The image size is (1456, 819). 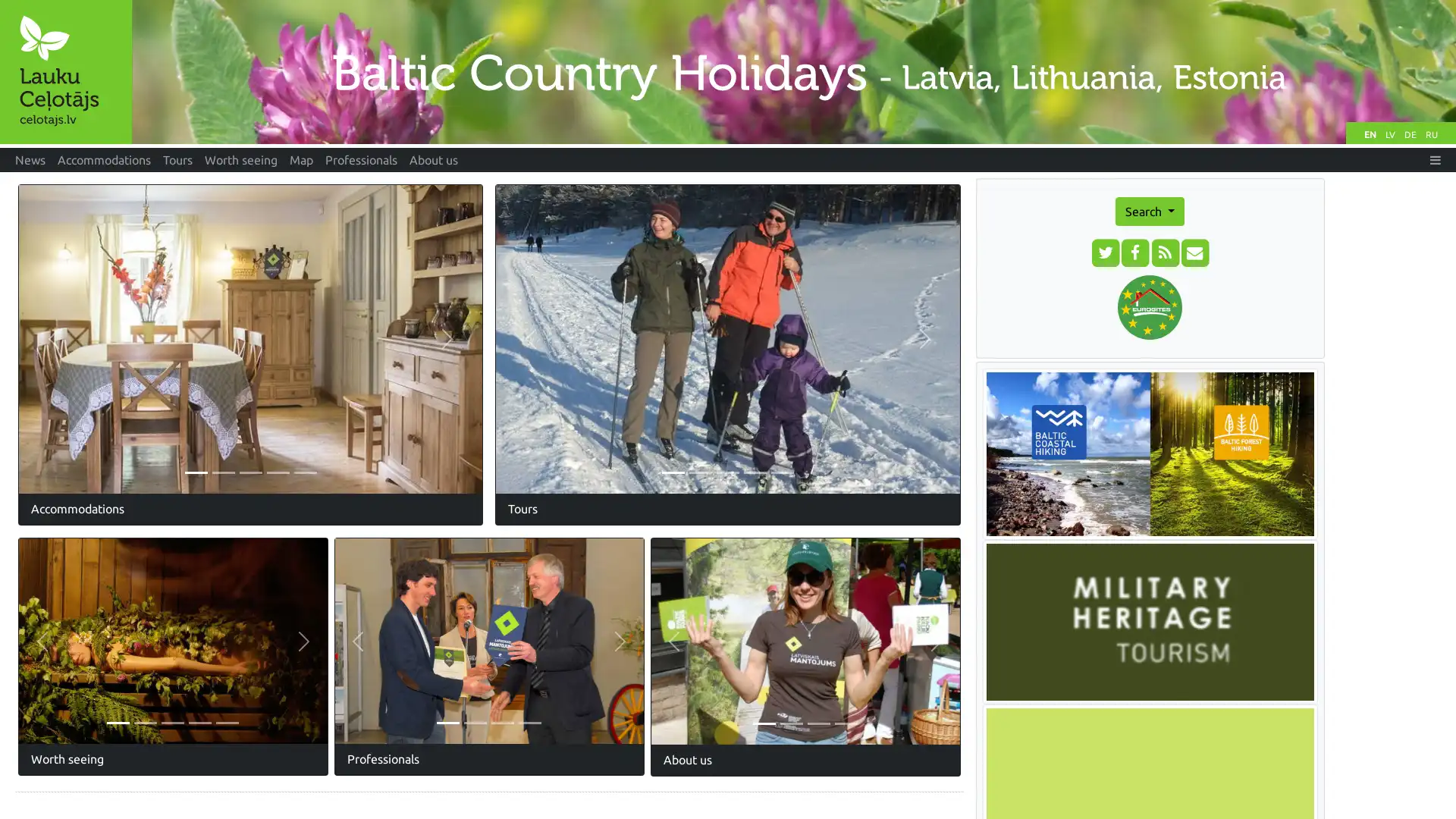 I want to click on Next, so click(x=924, y=338).